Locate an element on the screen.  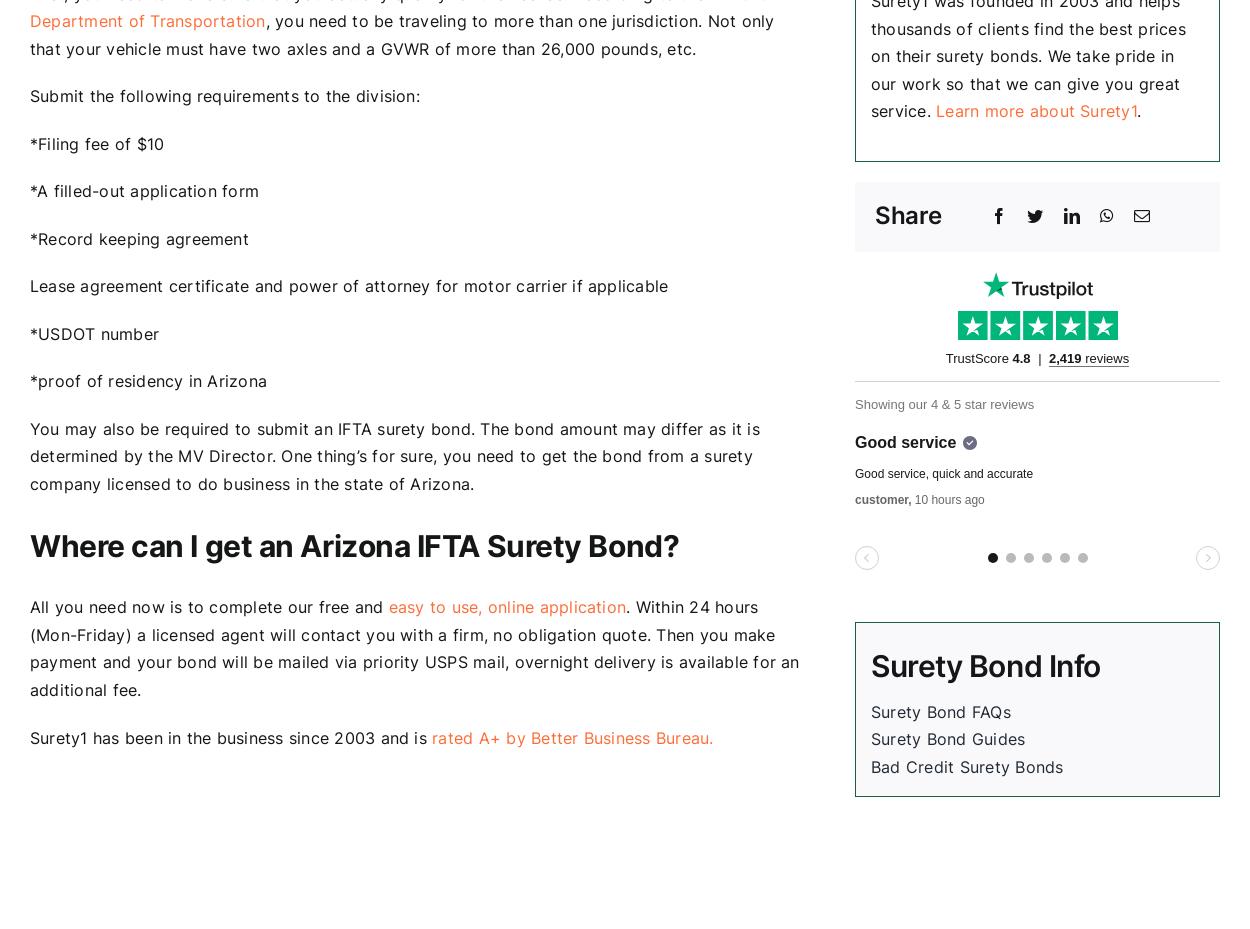
'.' is located at coordinates (1136, 111).